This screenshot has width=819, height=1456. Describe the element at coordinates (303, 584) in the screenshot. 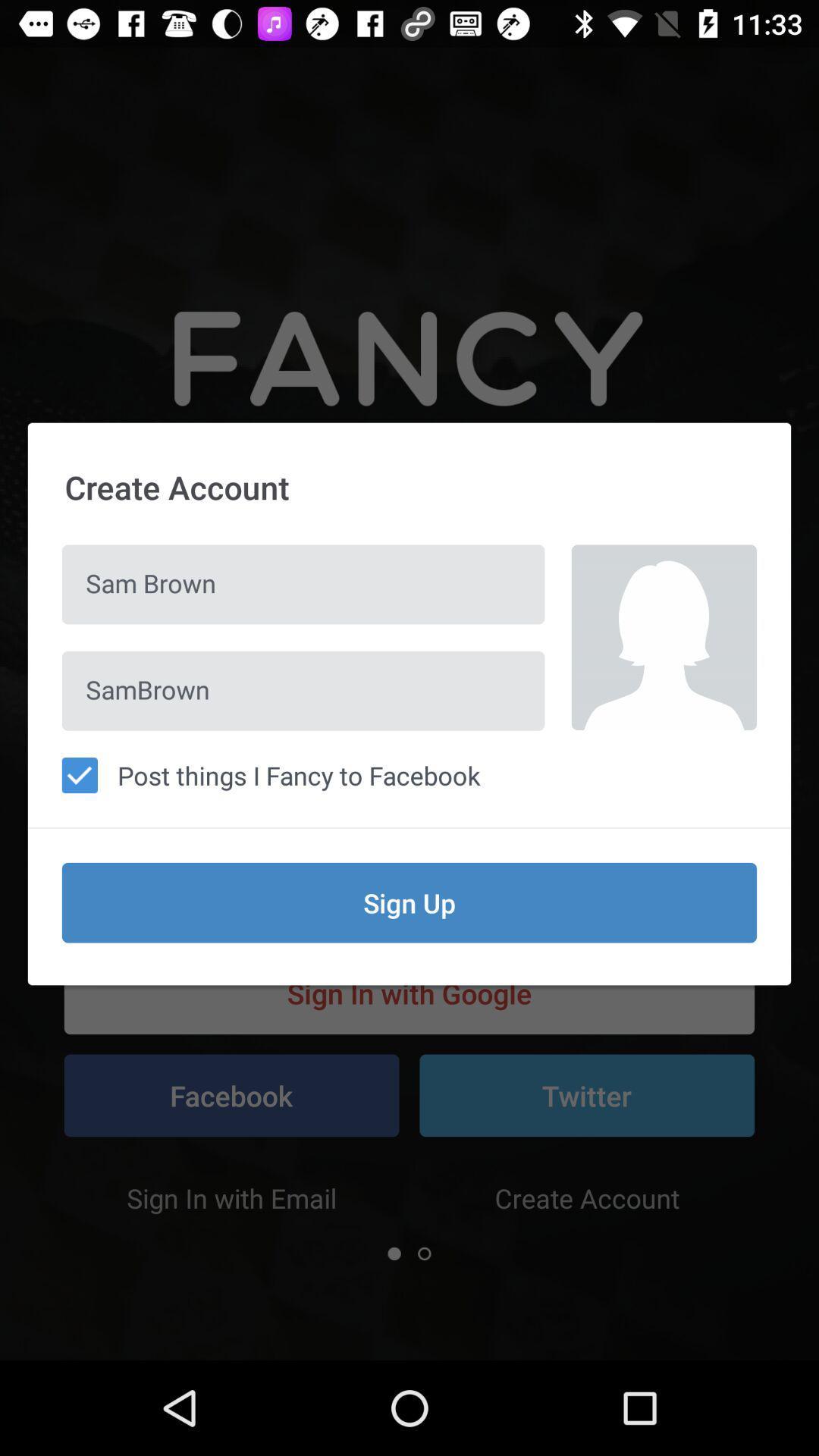

I see `the item below the create account icon` at that location.